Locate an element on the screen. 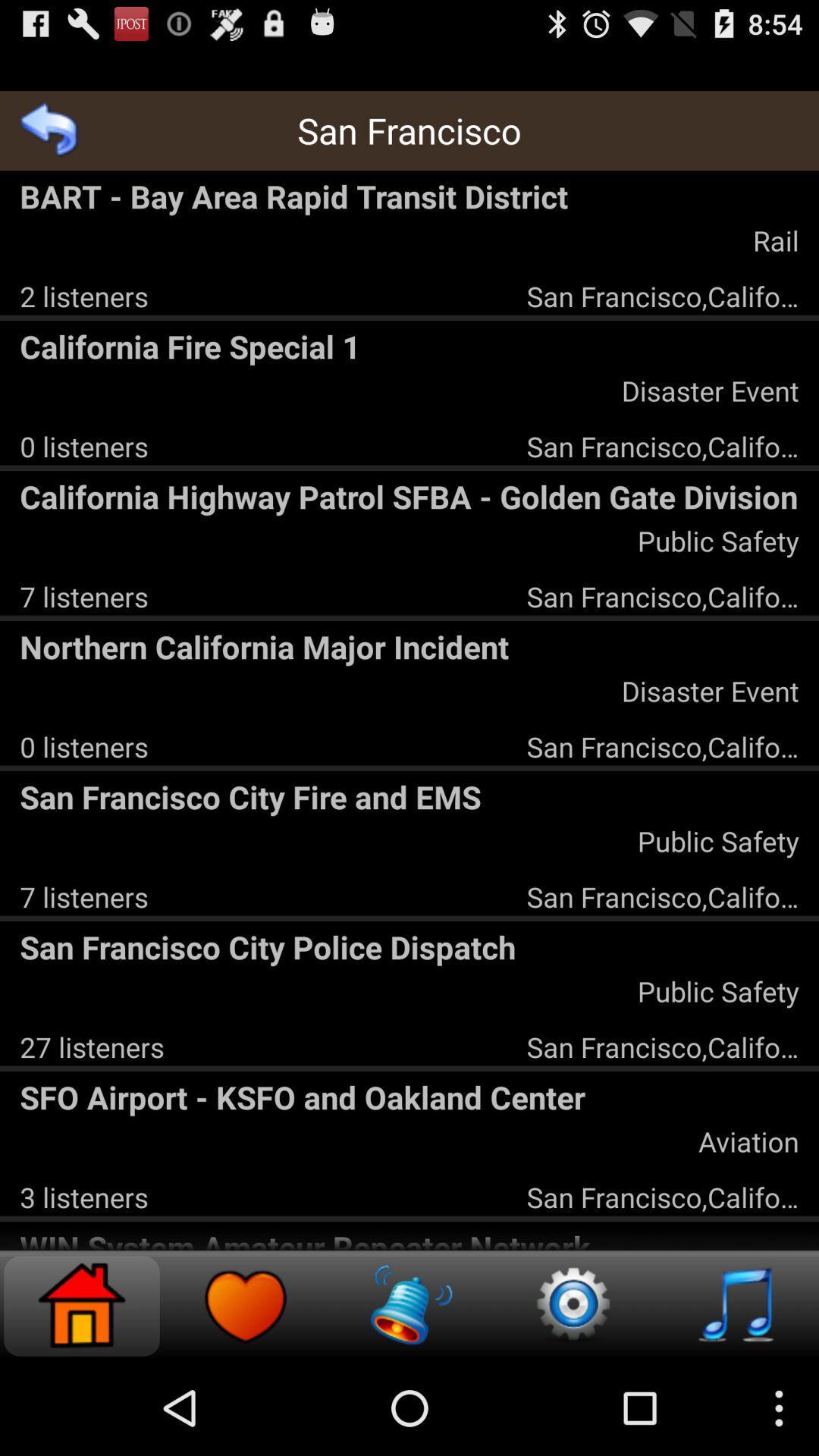 The height and width of the screenshot is (1456, 819). the icon above the california fire special item is located at coordinates (84, 296).